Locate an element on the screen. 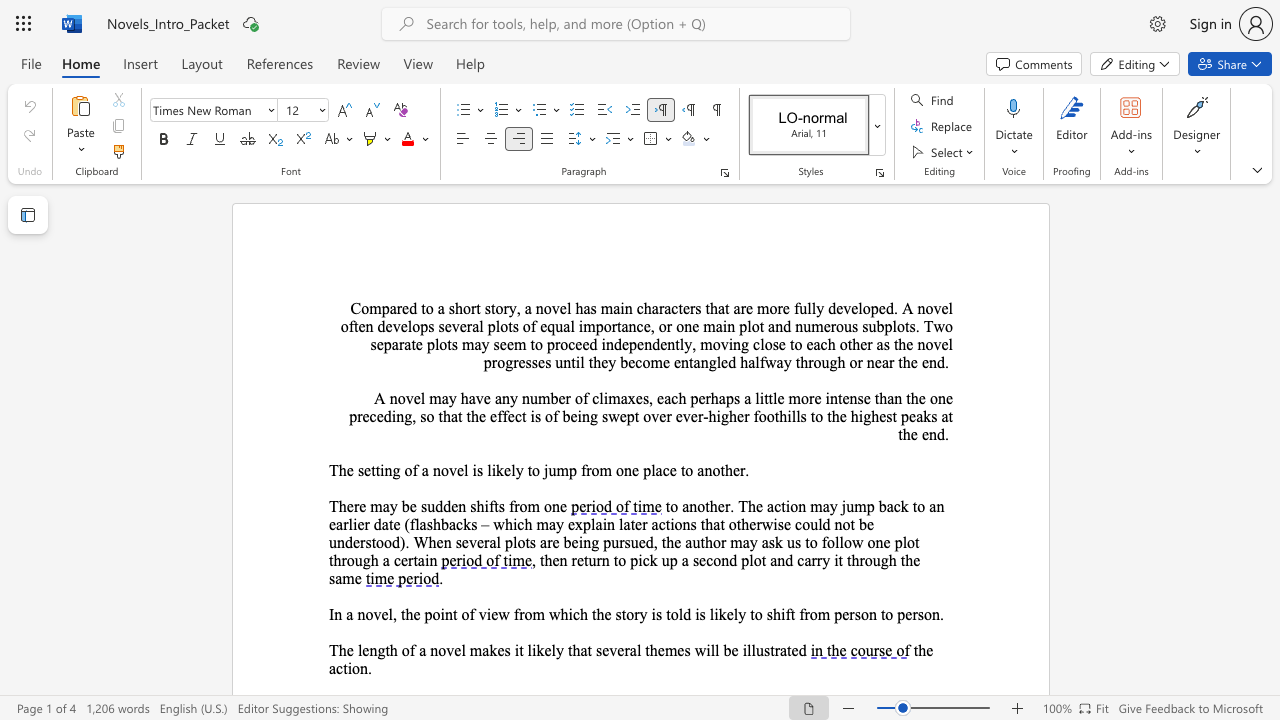 The height and width of the screenshot is (720, 1280). the subset text ", so that the effect" within the text "little more intense than the one preceding, so that the effect is of being swept over ever-higher foothills to the highest peaks at the end." is located at coordinates (411, 415).